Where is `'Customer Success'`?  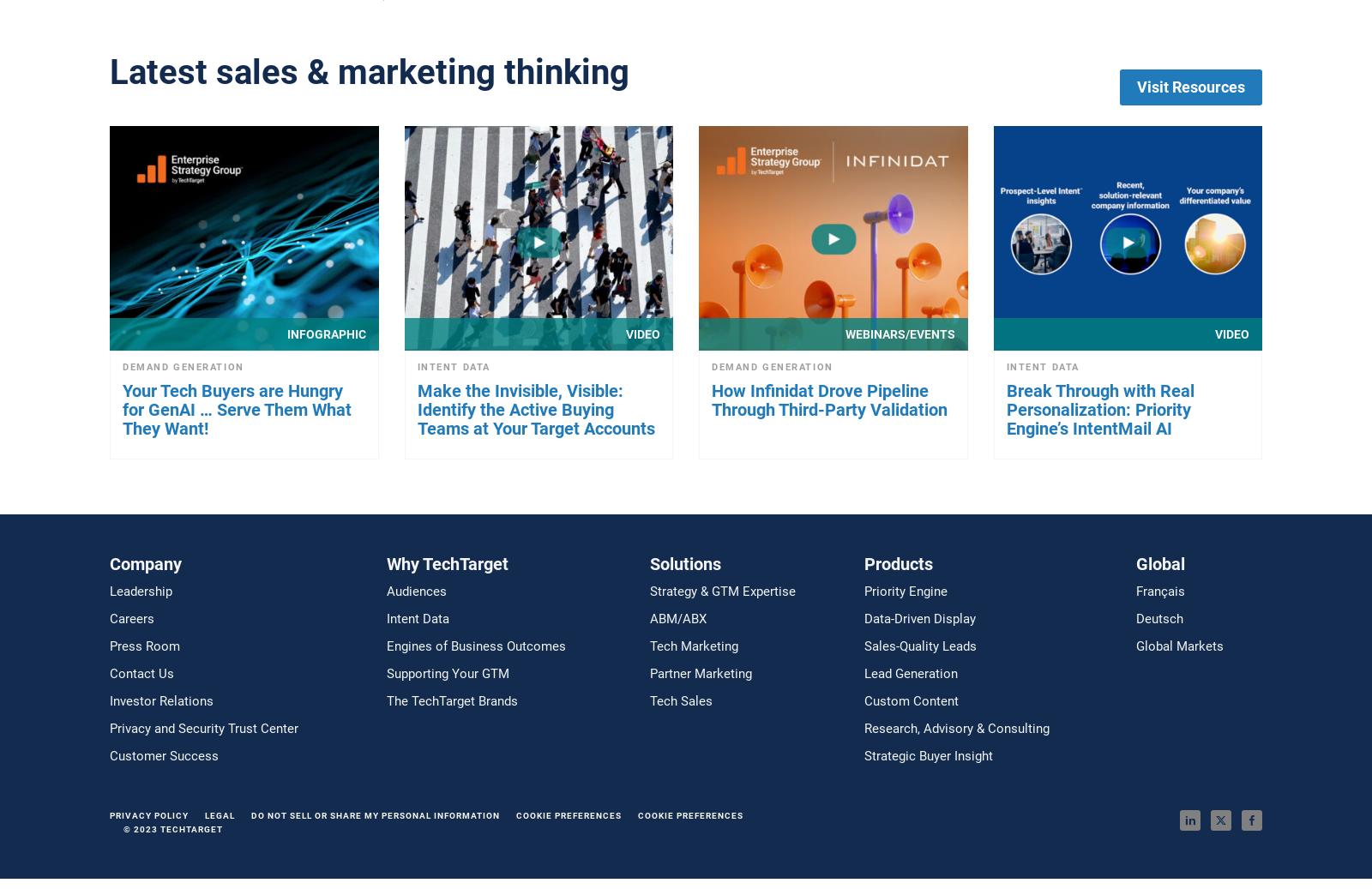
'Customer Success' is located at coordinates (163, 755).